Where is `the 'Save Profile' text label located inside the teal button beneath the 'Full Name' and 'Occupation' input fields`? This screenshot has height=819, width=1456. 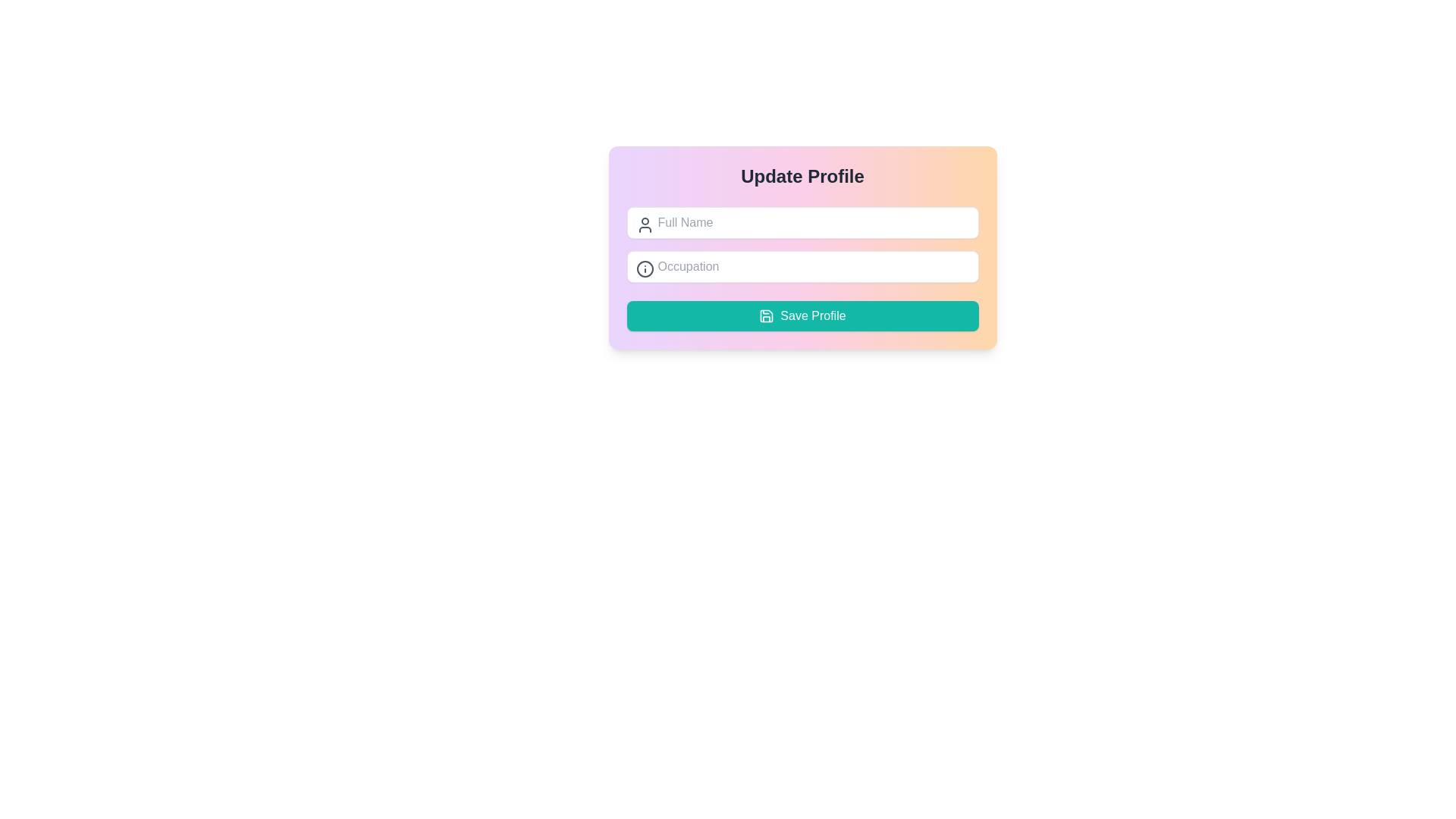
the 'Save Profile' text label located inside the teal button beneath the 'Full Name' and 'Occupation' input fields is located at coordinates (812, 315).